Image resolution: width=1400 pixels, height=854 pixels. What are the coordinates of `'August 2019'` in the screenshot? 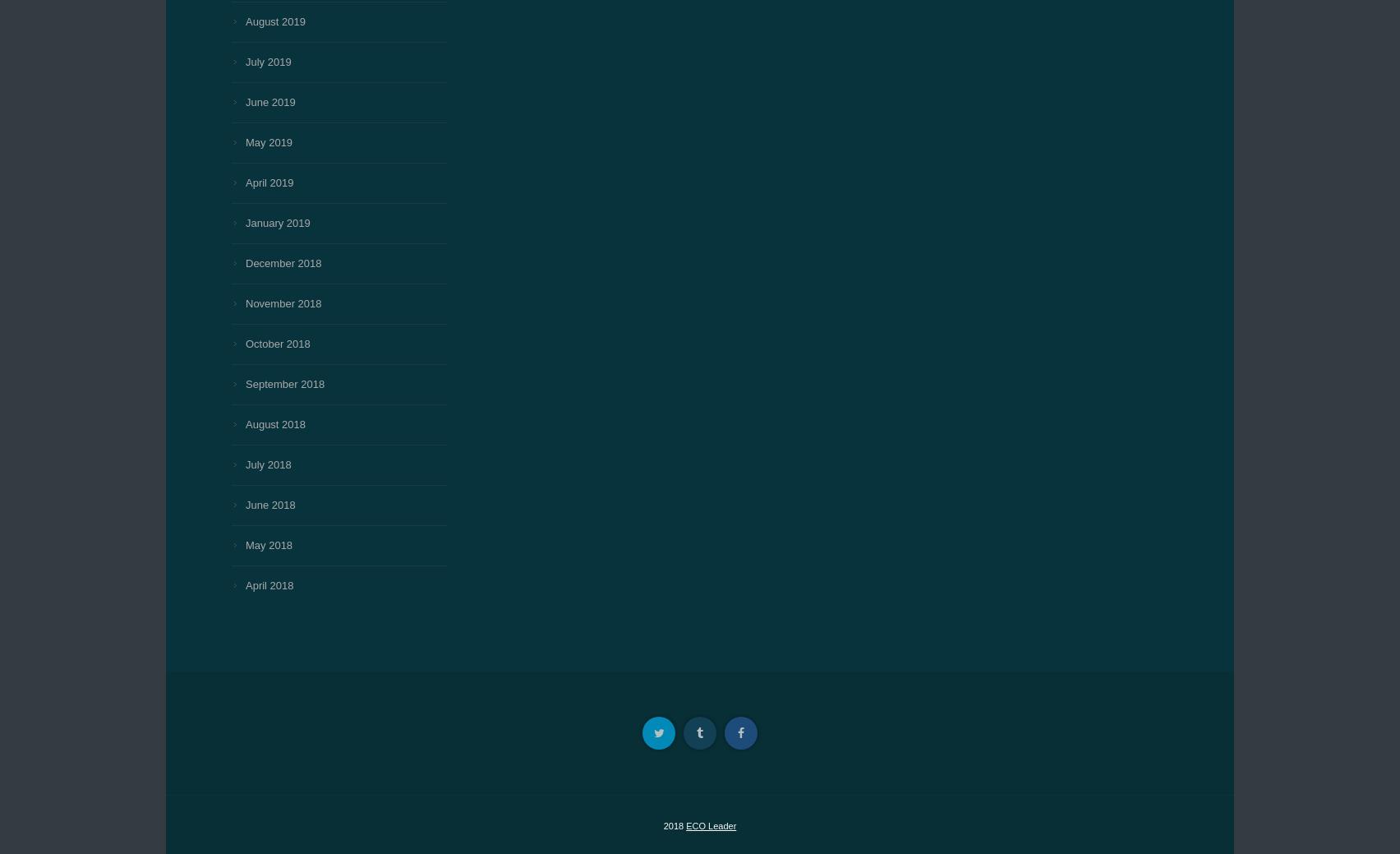 It's located at (274, 21).